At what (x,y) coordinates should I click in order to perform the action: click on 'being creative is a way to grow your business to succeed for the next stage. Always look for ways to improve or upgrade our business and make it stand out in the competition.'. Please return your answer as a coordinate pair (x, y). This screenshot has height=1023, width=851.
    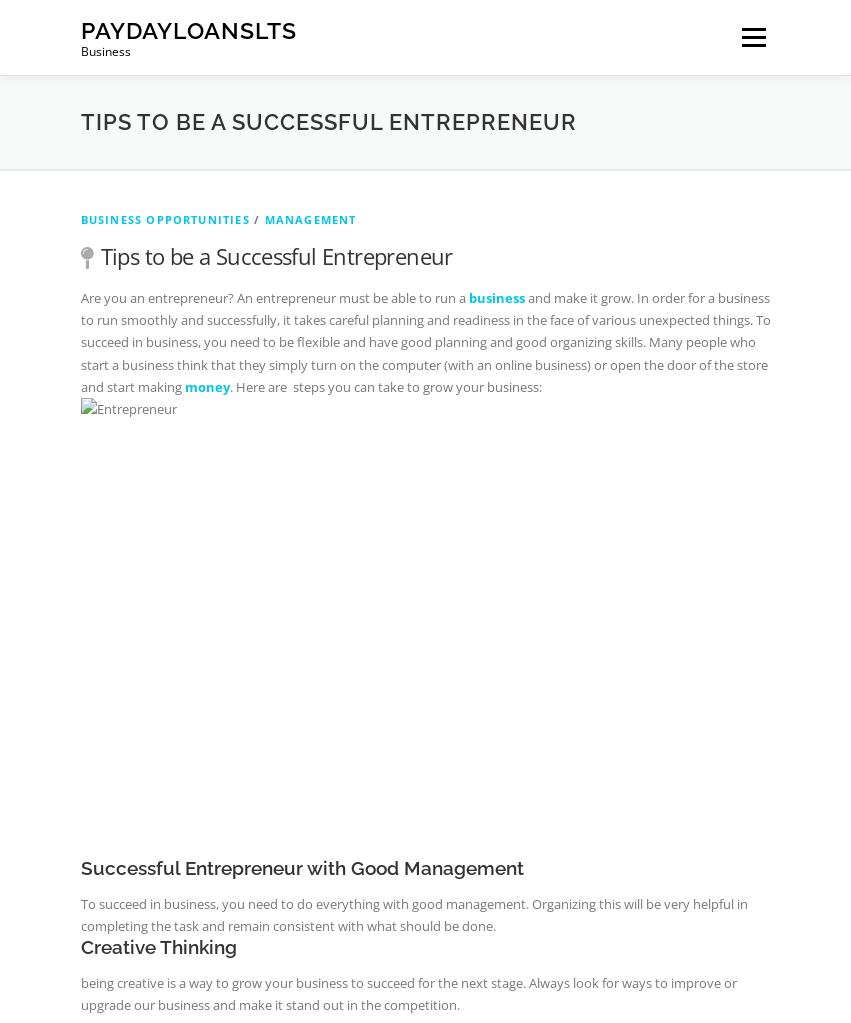
    Looking at the image, I should click on (406, 993).